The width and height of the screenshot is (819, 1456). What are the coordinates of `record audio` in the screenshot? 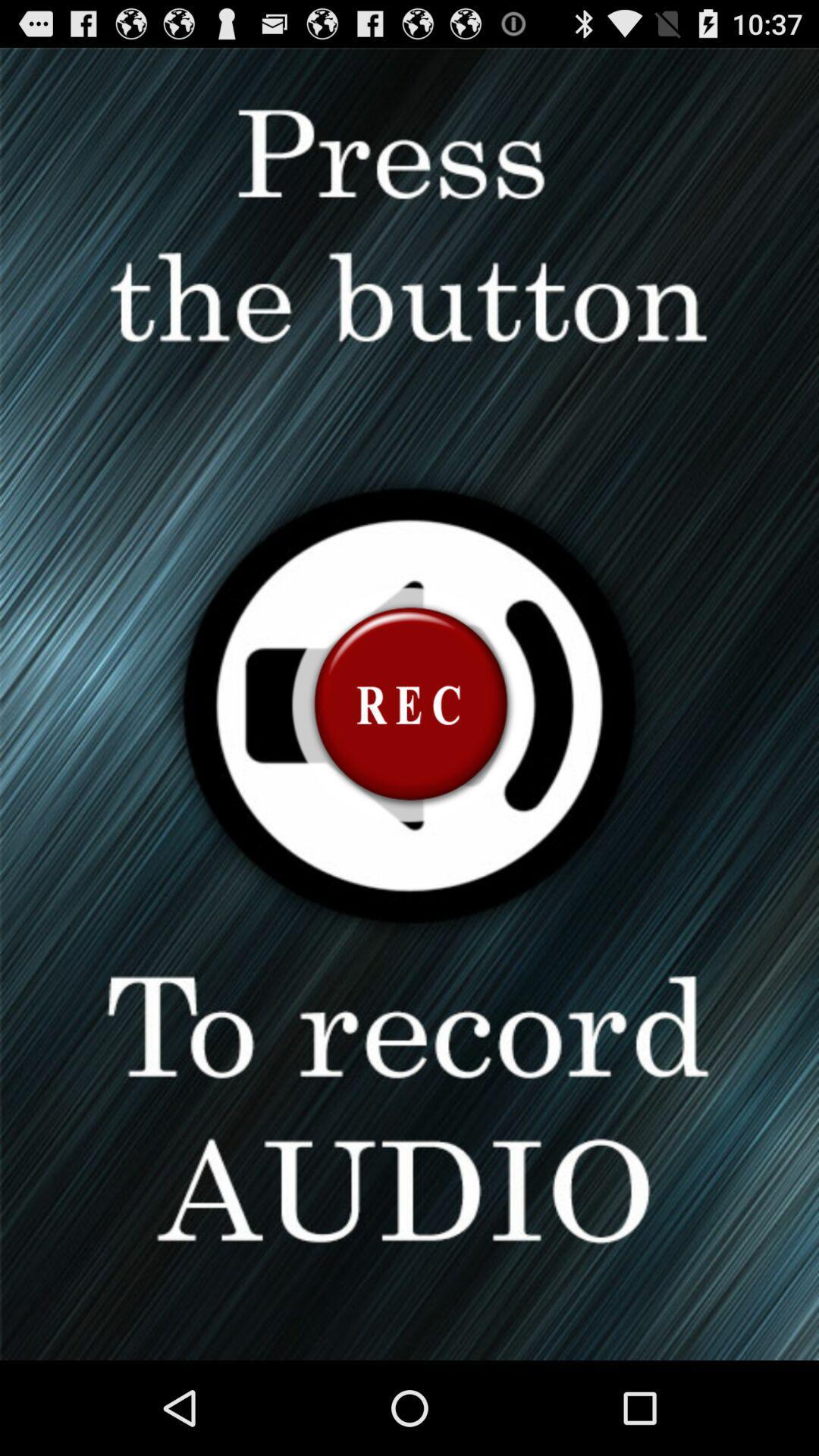 It's located at (409, 703).